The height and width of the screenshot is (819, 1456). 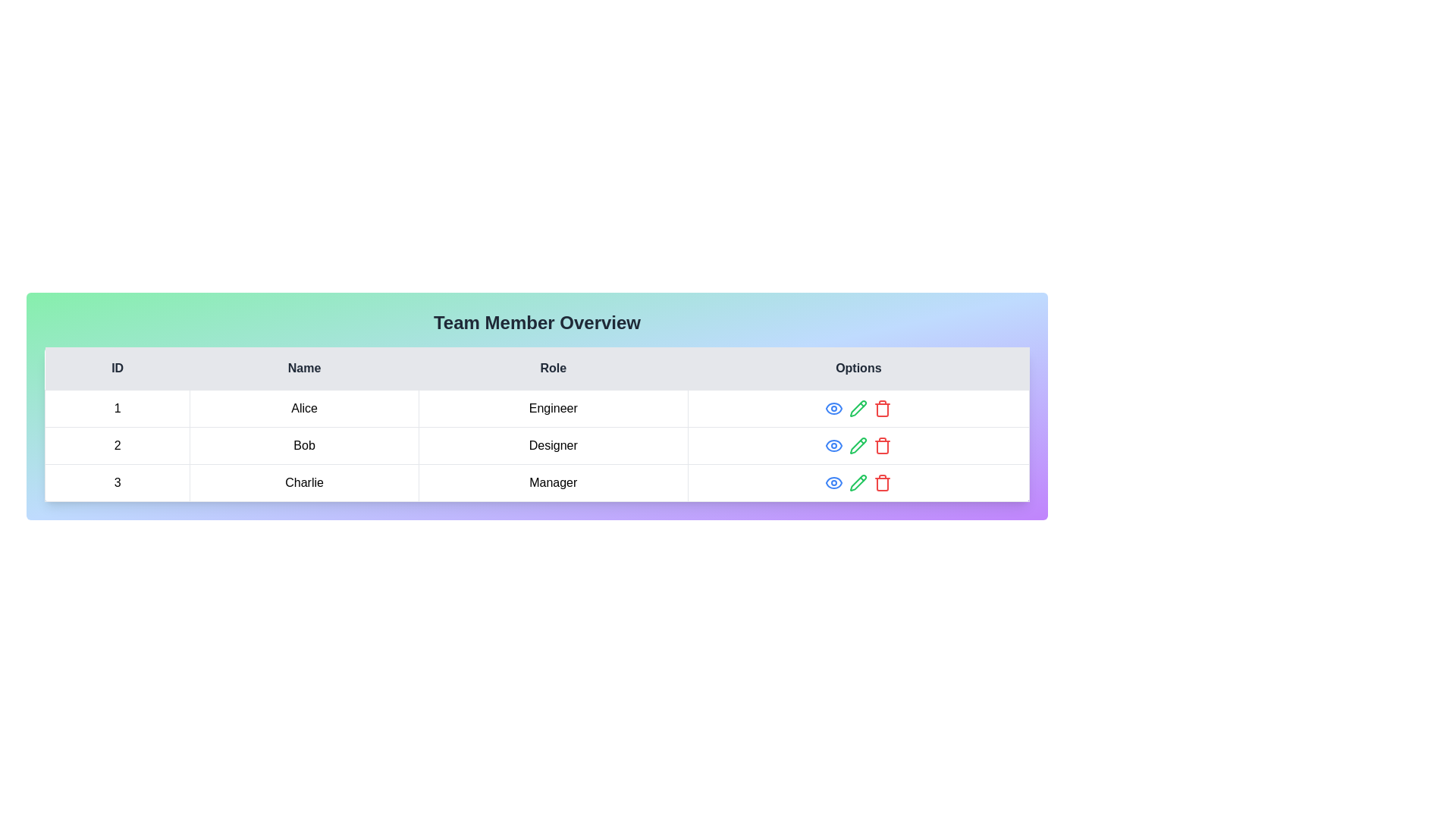 I want to click on the row corresponding to 1, so click(x=537, y=408).